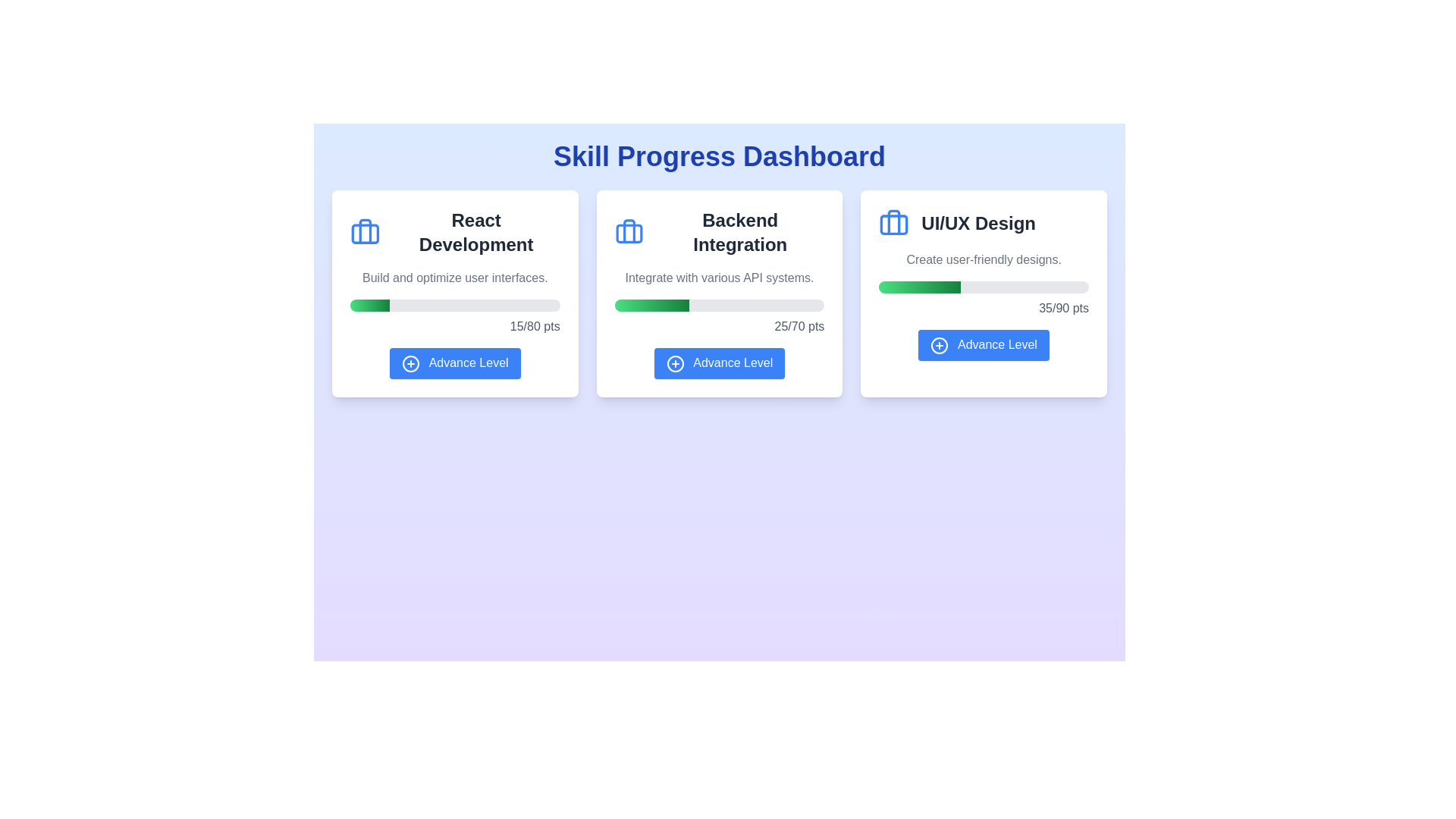 Image resolution: width=1456 pixels, height=819 pixels. Describe the element at coordinates (984, 345) in the screenshot. I see `the button located at the bottom of the 'UI/UX Design' card` at that location.